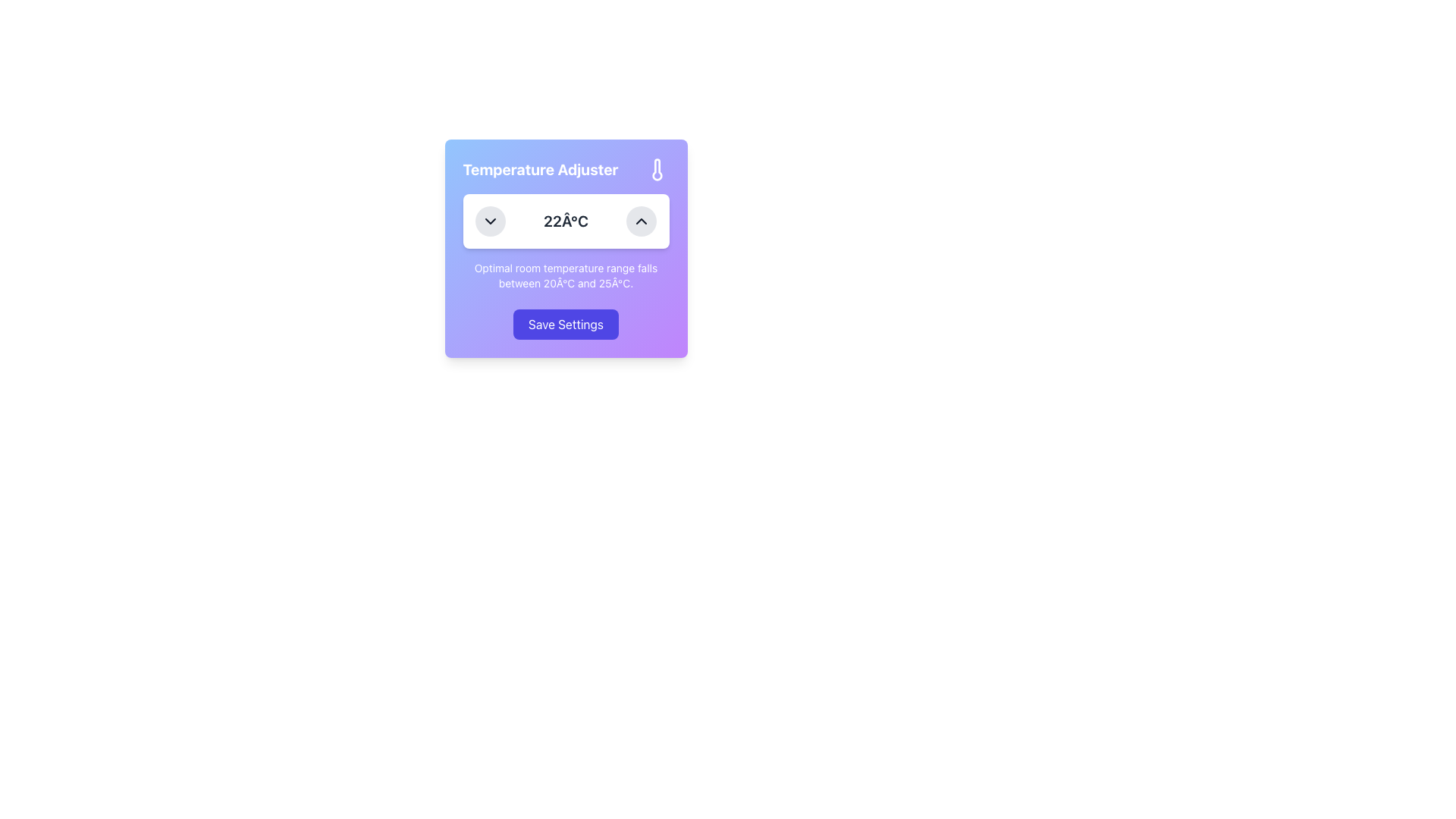 The image size is (1456, 819). Describe the element at coordinates (490, 221) in the screenshot. I see `the downward-pointing chevron-shaped icon within the circular light gray button located to the right of the temperature value` at that location.